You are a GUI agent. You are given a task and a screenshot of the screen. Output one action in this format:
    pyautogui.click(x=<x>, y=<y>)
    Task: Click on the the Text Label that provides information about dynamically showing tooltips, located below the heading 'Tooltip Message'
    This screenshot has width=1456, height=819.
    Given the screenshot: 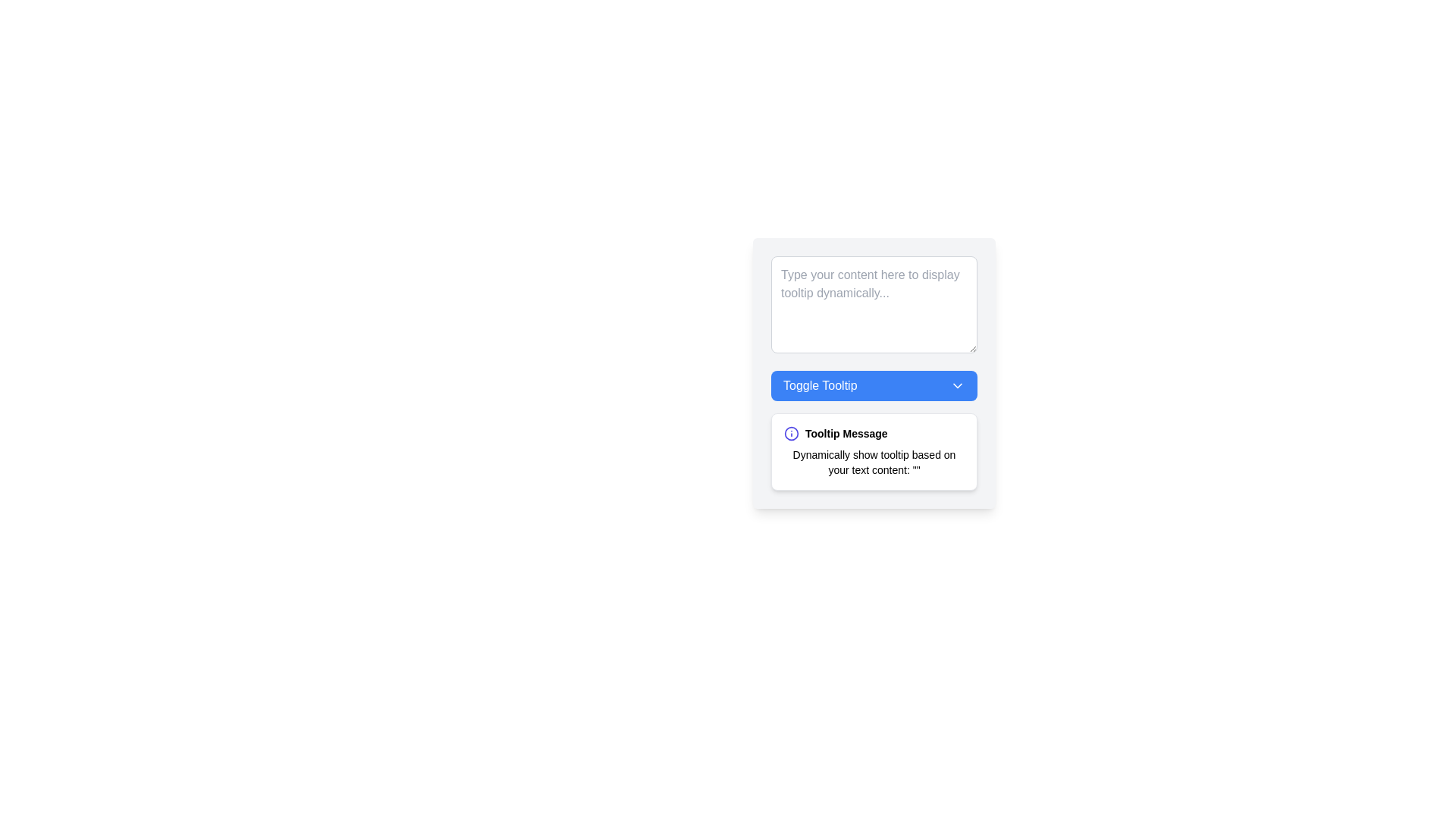 What is the action you would take?
    pyautogui.click(x=874, y=461)
    